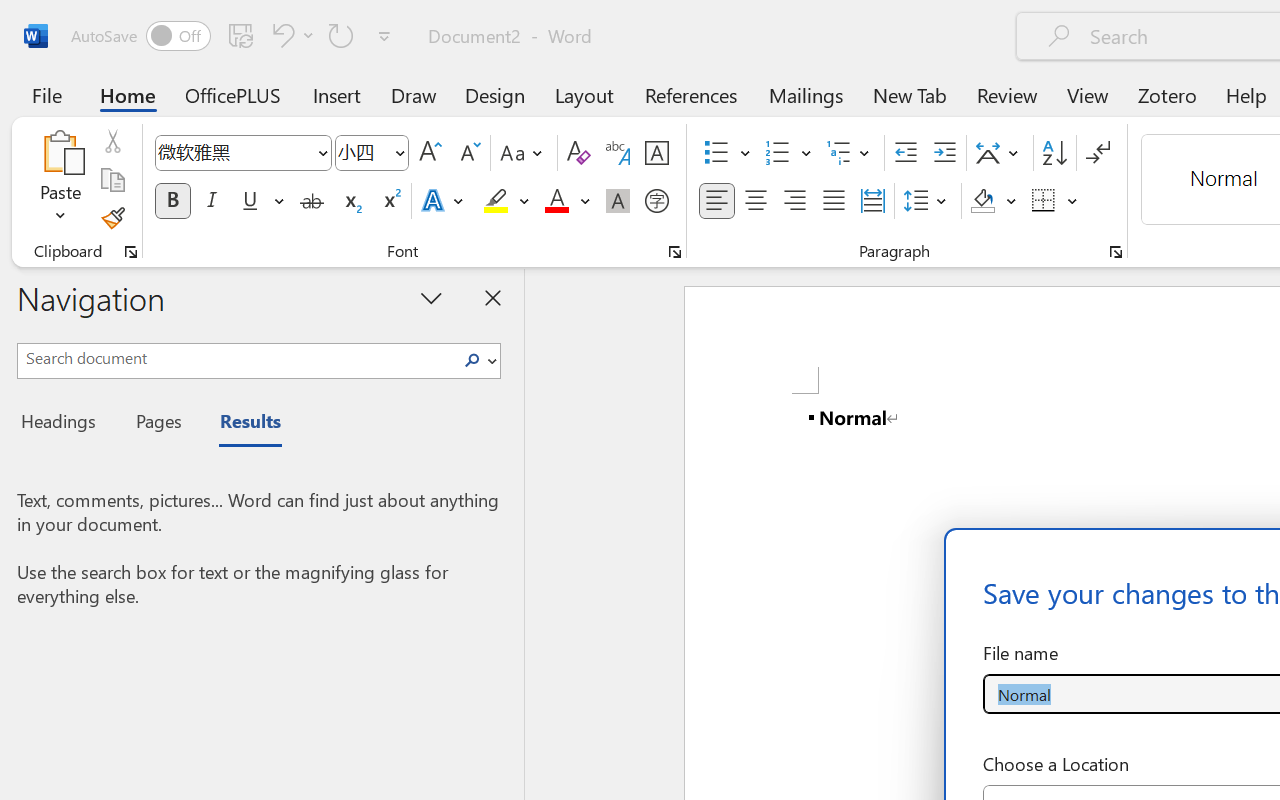 Image resolution: width=1280 pixels, height=800 pixels. Describe the element at coordinates (350, 201) in the screenshot. I see `'Subscript'` at that location.